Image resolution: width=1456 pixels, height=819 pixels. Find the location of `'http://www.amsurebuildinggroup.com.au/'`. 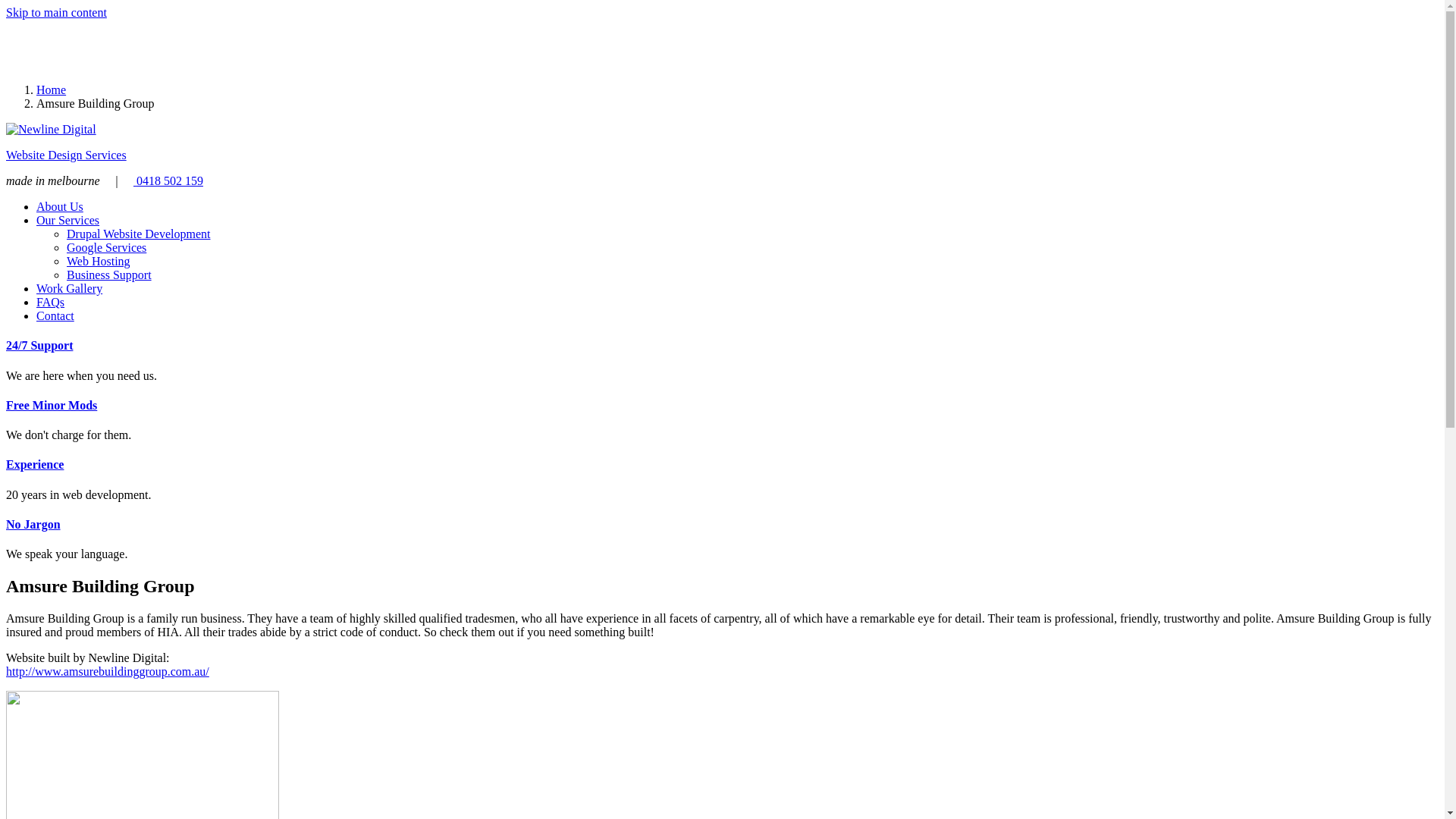

'http://www.amsurebuildinggroup.com.au/' is located at coordinates (6, 670).